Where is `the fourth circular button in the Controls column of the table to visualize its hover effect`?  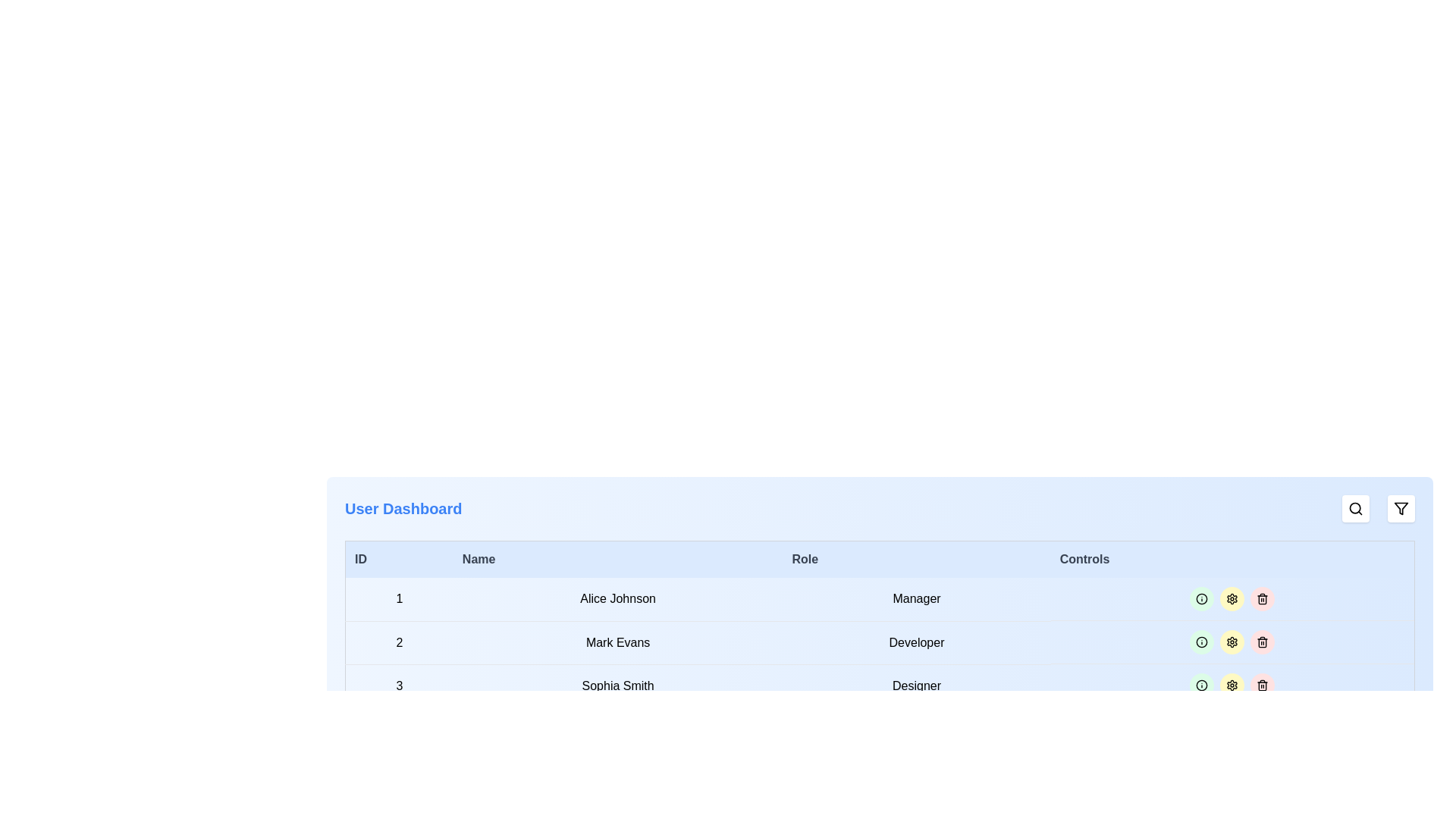
the fourth circular button in the Controls column of the table to visualize its hover effect is located at coordinates (1263, 685).